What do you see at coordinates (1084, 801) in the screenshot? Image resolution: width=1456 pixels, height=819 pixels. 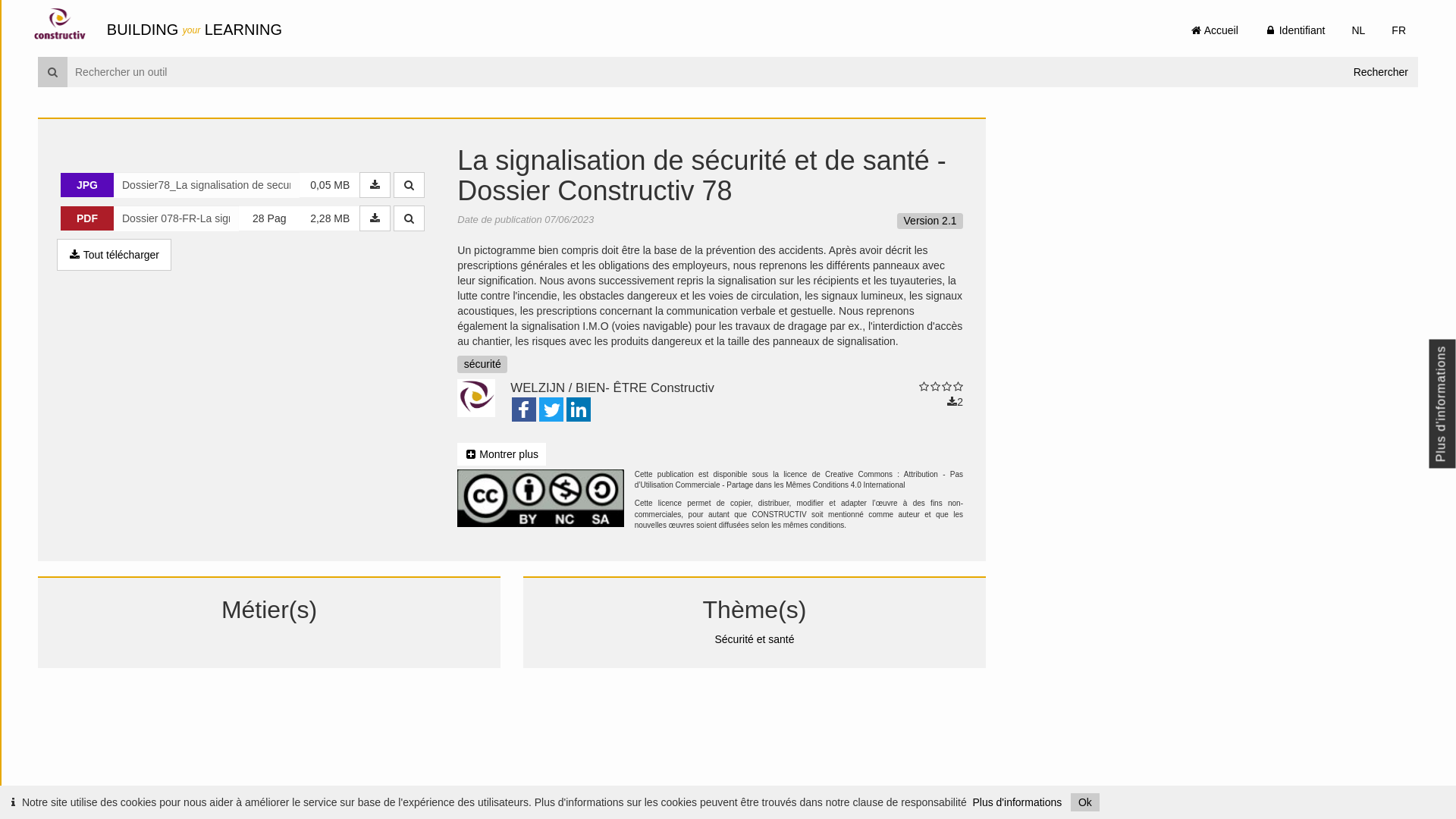 I see `'Ok'` at bounding box center [1084, 801].